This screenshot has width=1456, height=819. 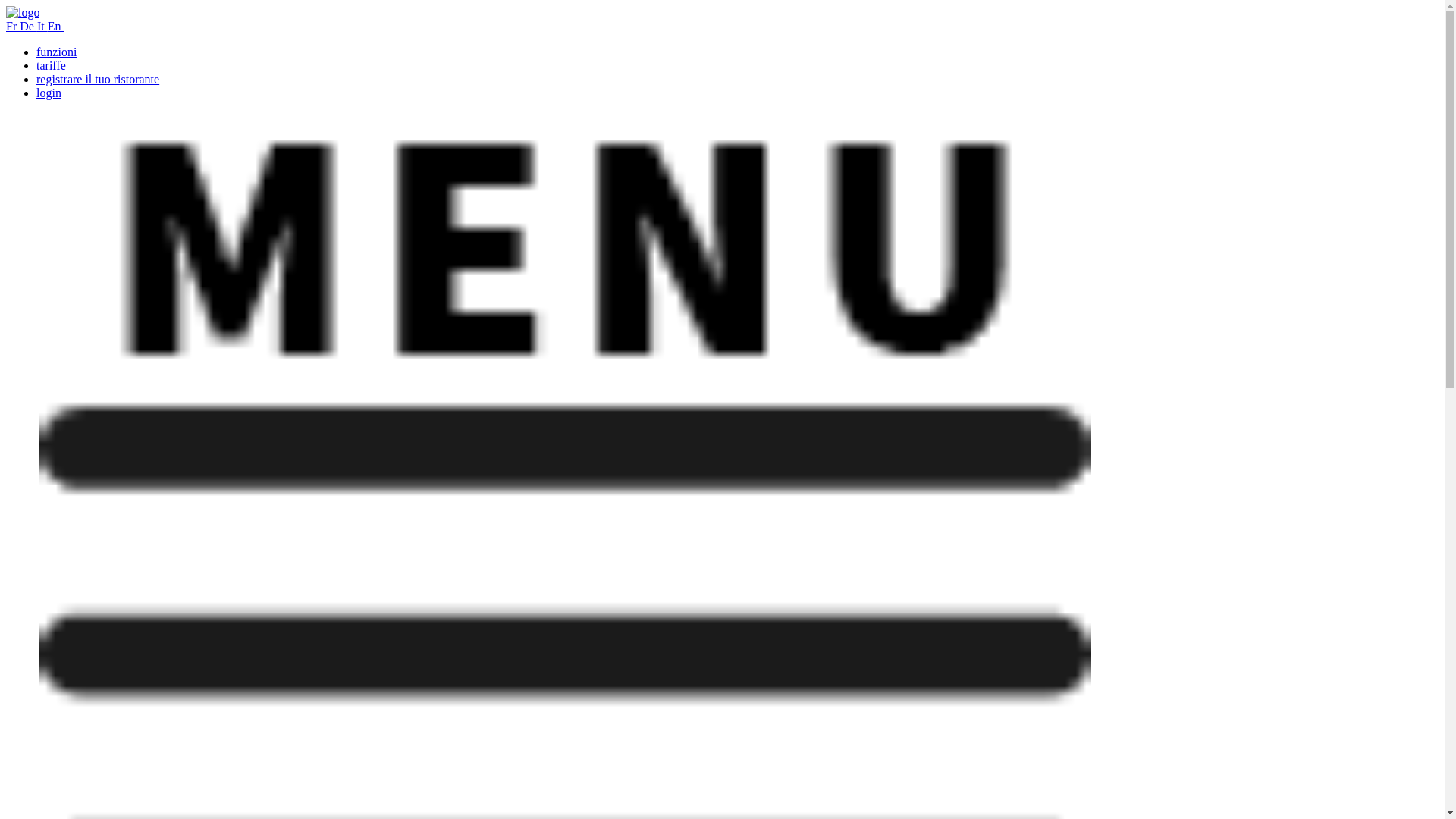 What do you see at coordinates (56, 51) in the screenshot?
I see `'funzioni'` at bounding box center [56, 51].